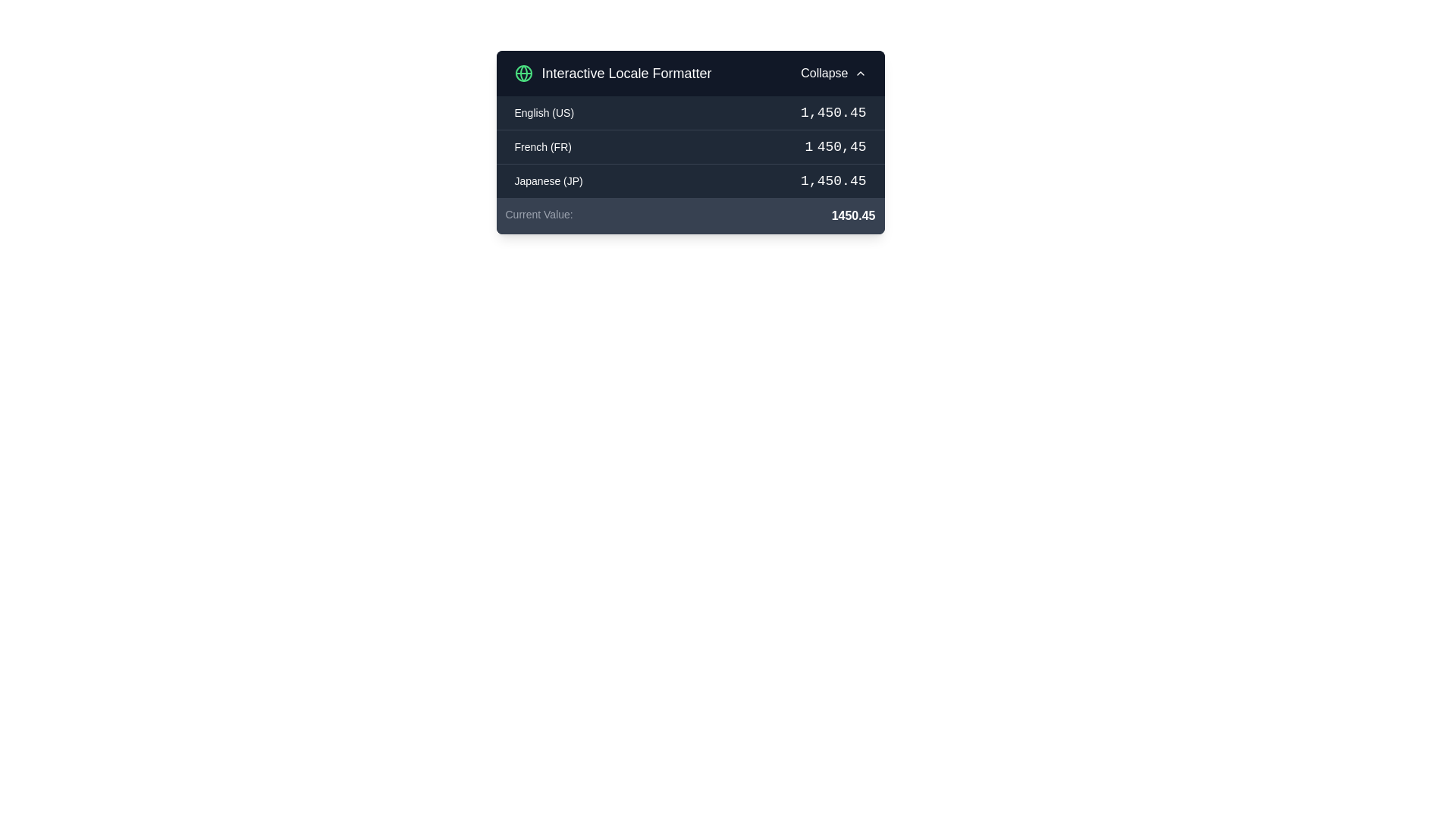 This screenshot has width=1456, height=819. What do you see at coordinates (539, 216) in the screenshot?
I see `the static text label that serves as a descriptor for the numeric value '1450.45' displayed to its right` at bounding box center [539, 216].